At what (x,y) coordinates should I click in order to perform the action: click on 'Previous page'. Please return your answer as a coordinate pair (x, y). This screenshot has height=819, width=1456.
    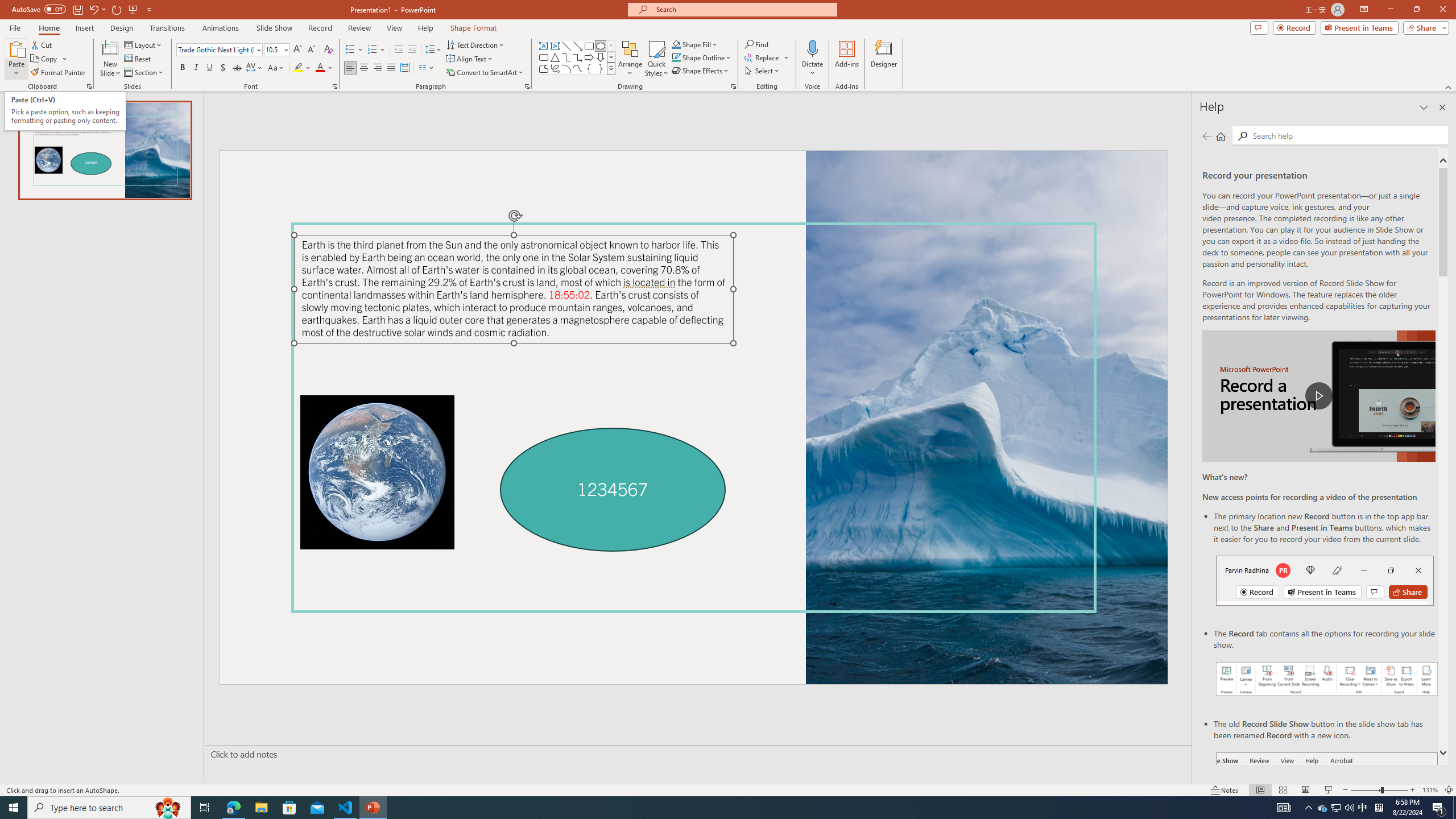
    Looking at the image, I should click on (1206, 135).